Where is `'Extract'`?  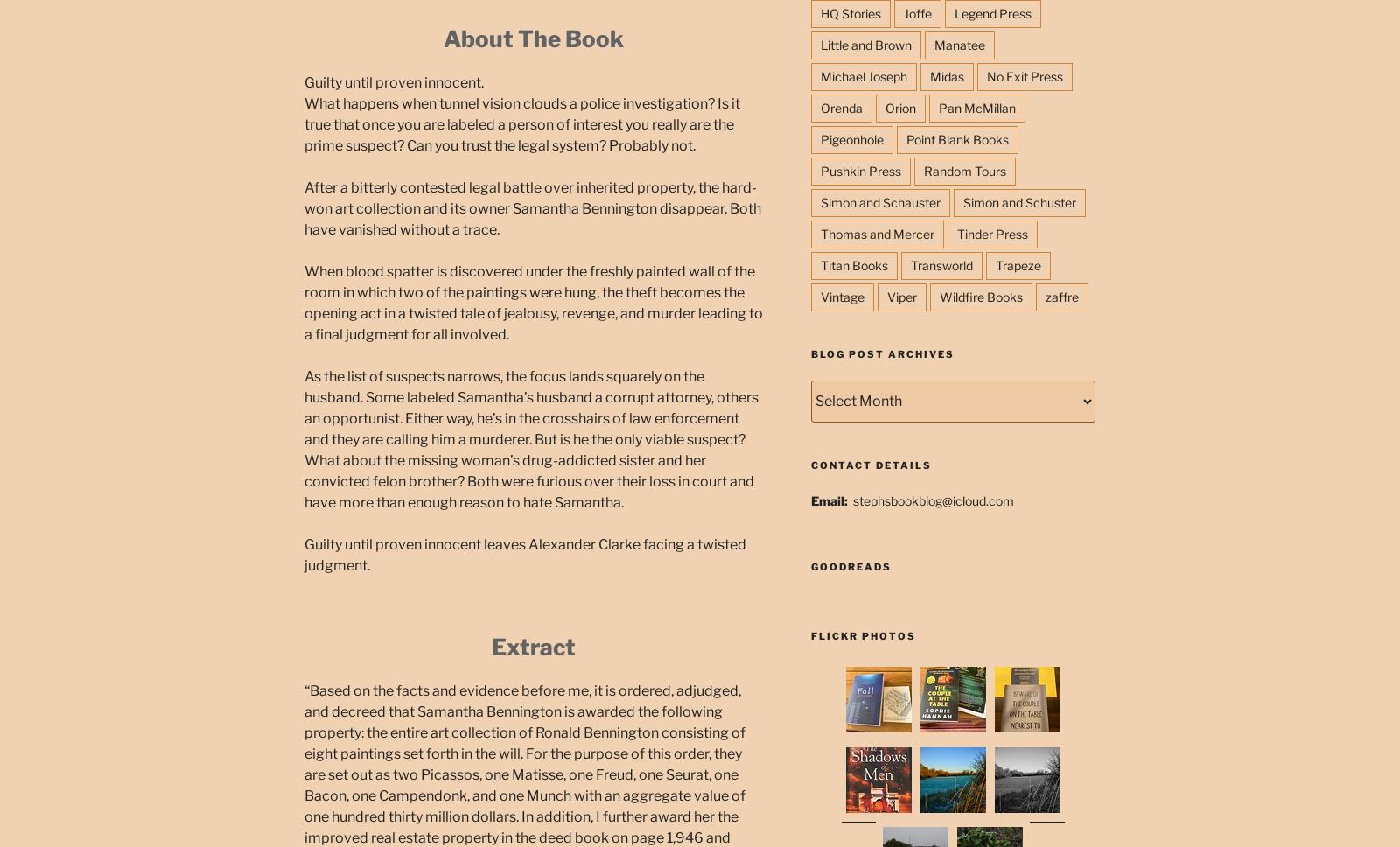 'Extract' is located at coordinates (533, 646).